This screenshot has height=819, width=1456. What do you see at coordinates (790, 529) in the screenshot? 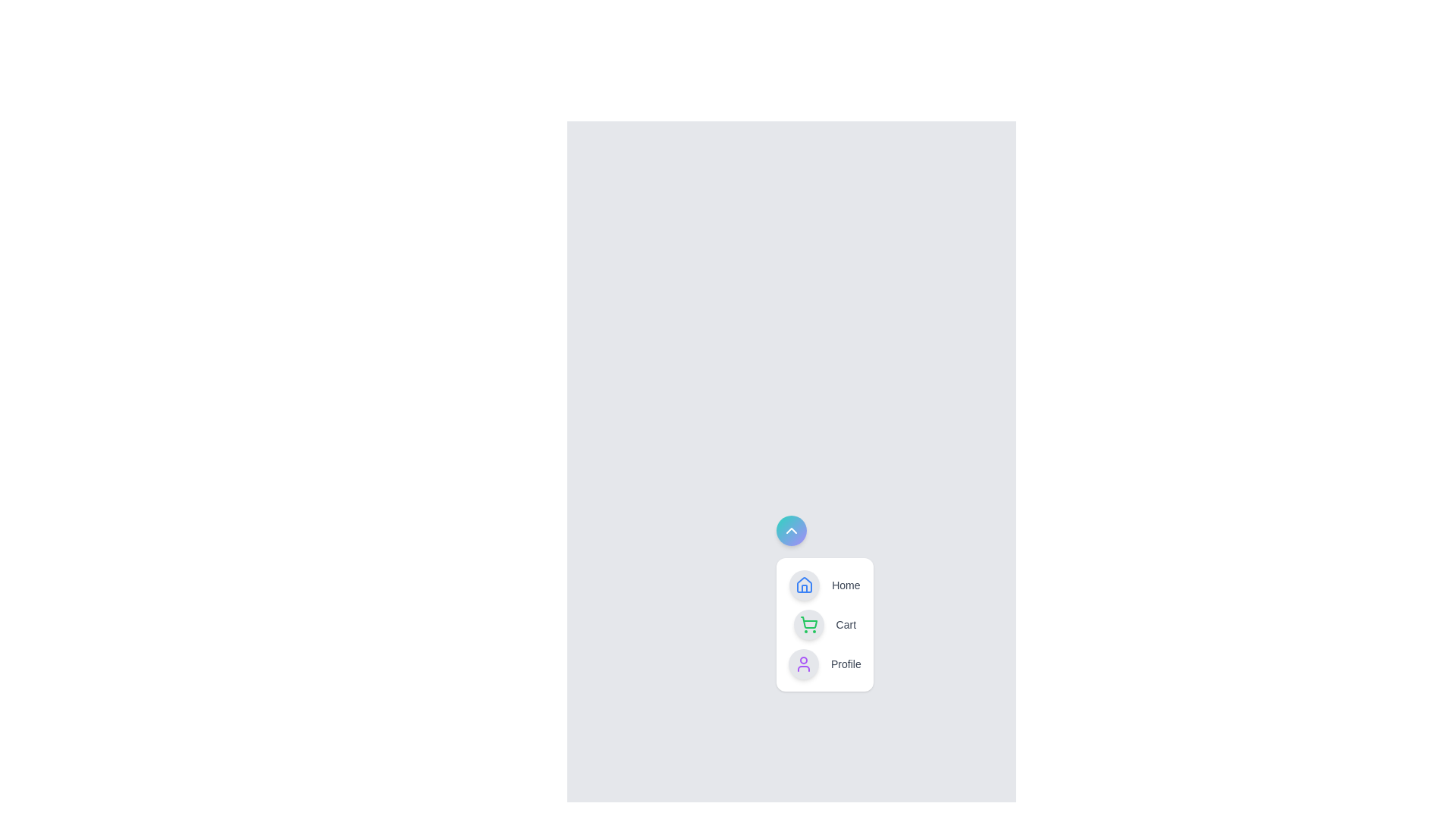
I see `the main button to toggle the menu` at bounding box center [790, 529].